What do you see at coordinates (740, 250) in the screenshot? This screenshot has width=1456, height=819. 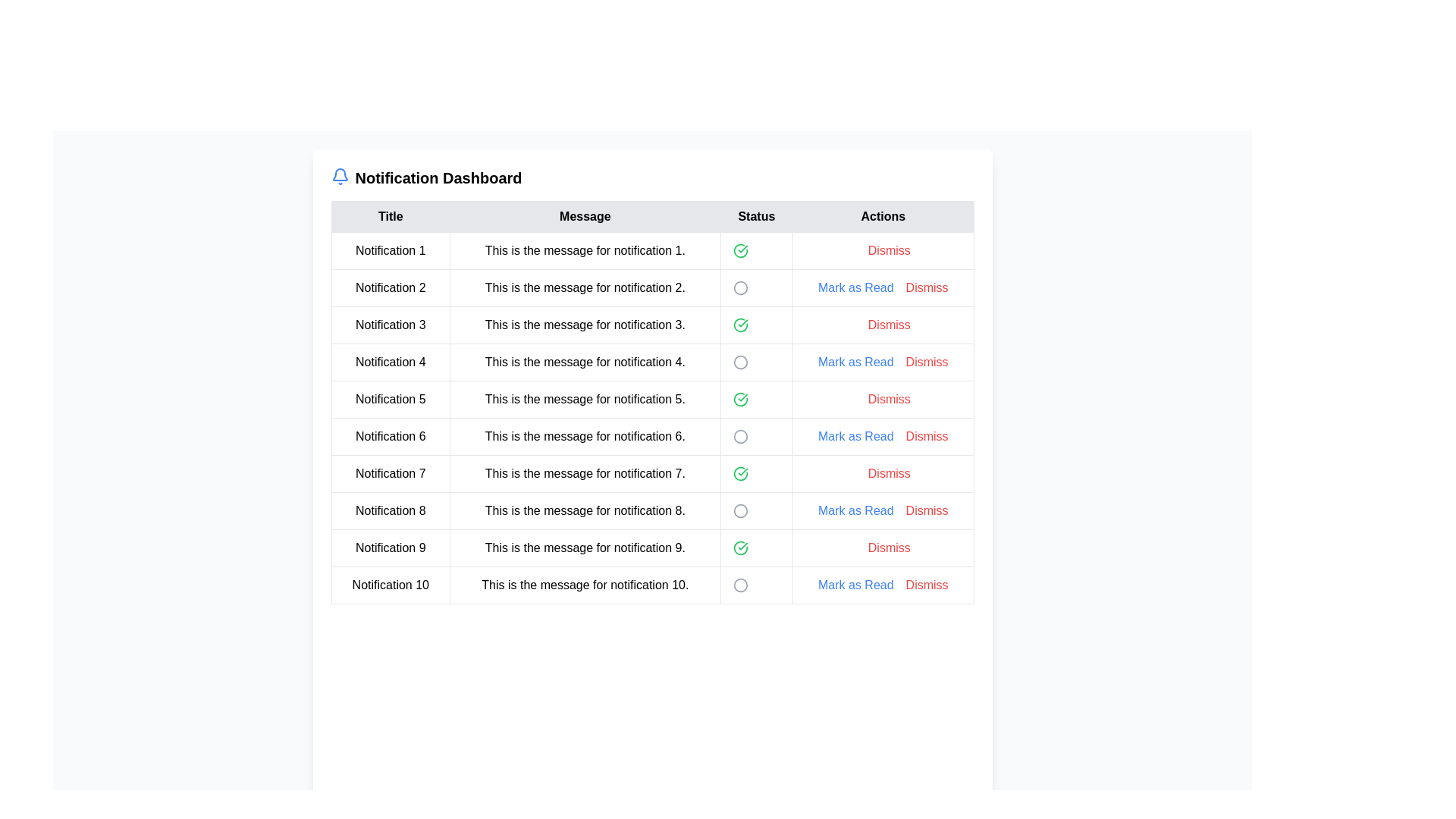 I see `the circular check mark icon in the 'Status' column of the first row corresponding to 'Notification 1'` at bounding box center [740, 250].